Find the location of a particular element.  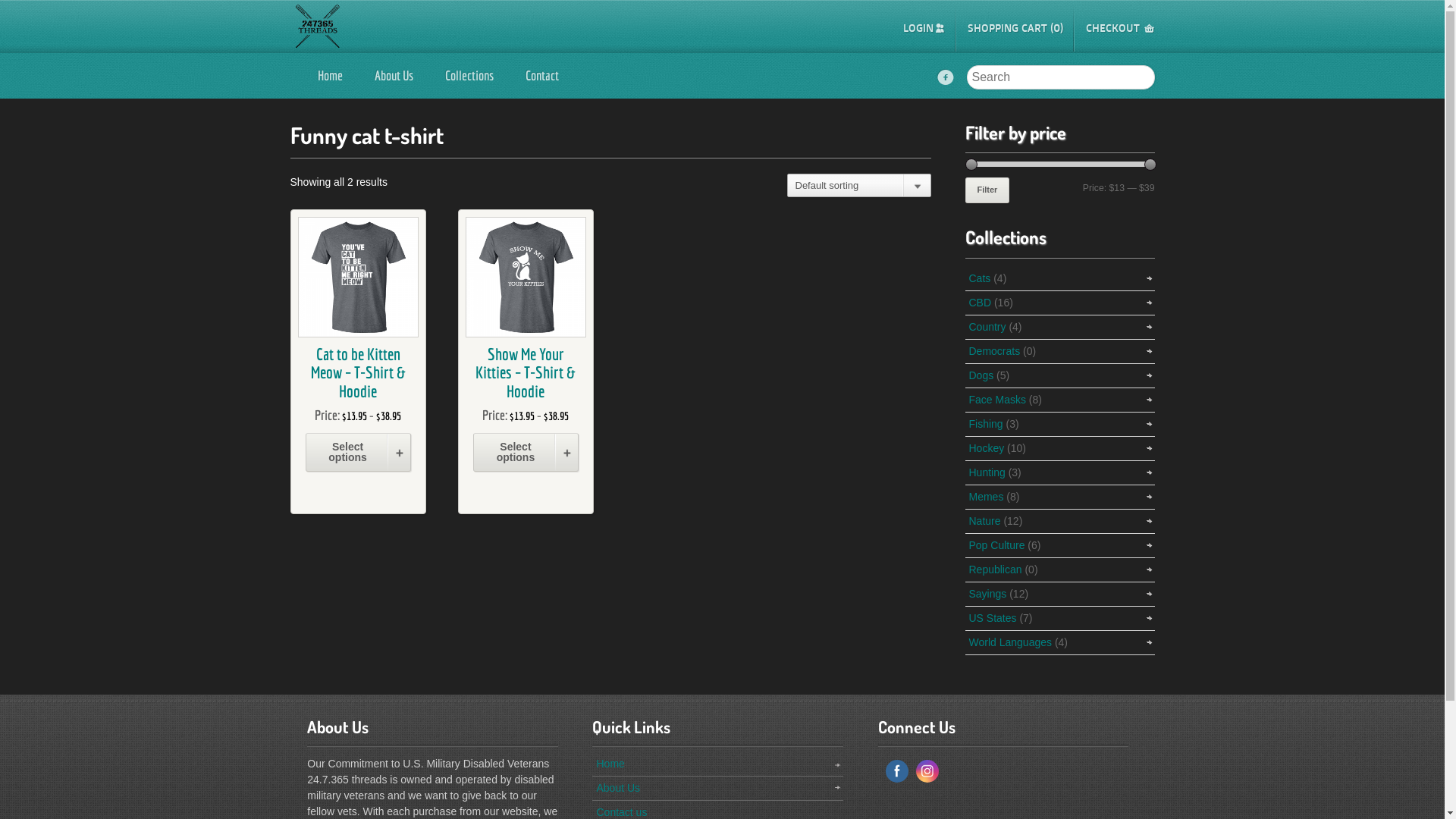

'f' is located at coordinates (945, 78).